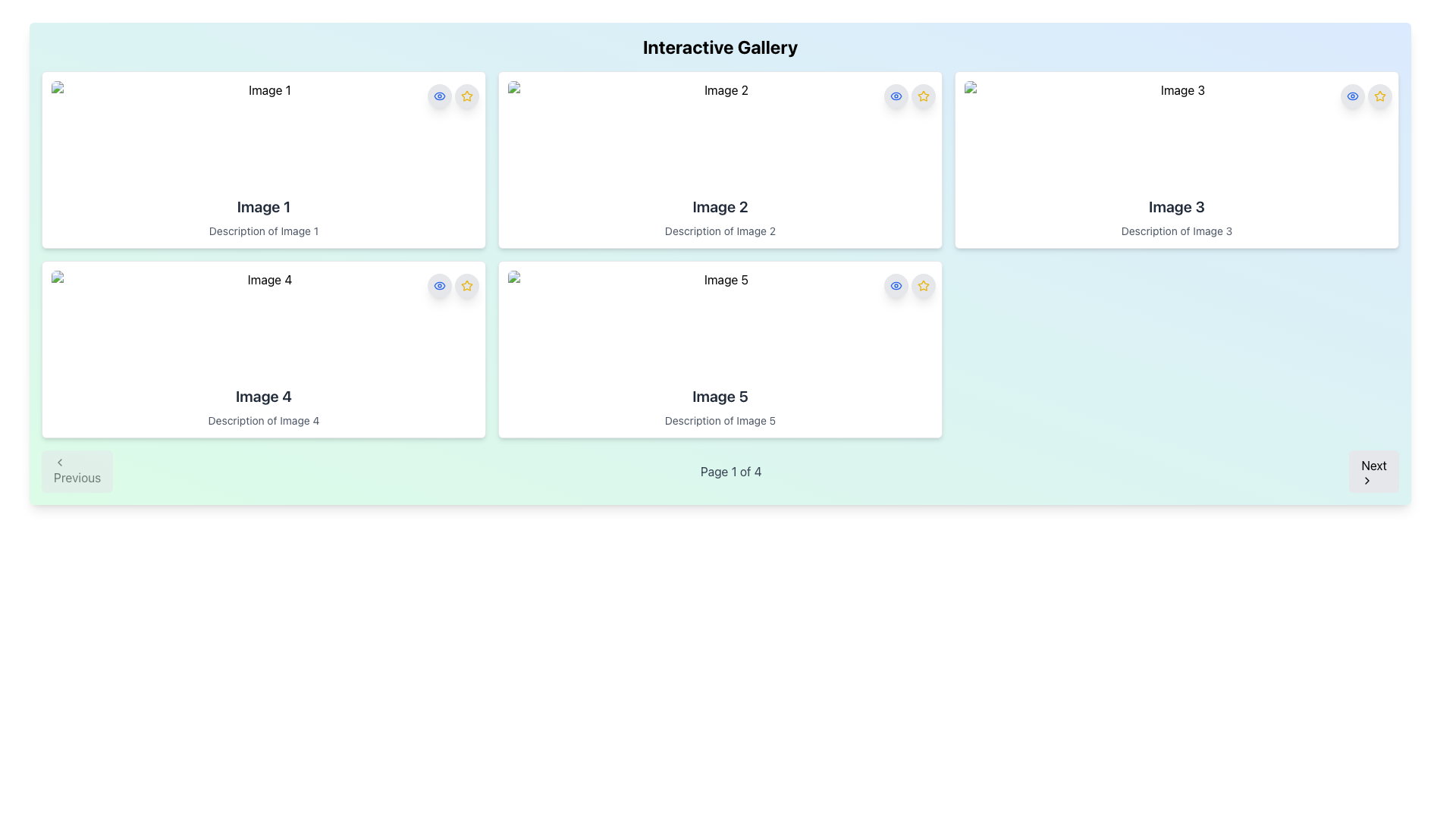 The image size is (1456, 819). What do you see at coordinates (1353, 96) in the screenshot?
I see `the visibility toggle icon resembling an eye located in the top-right corner of the 'Image 3' card` at bounding box center [1353, 96].